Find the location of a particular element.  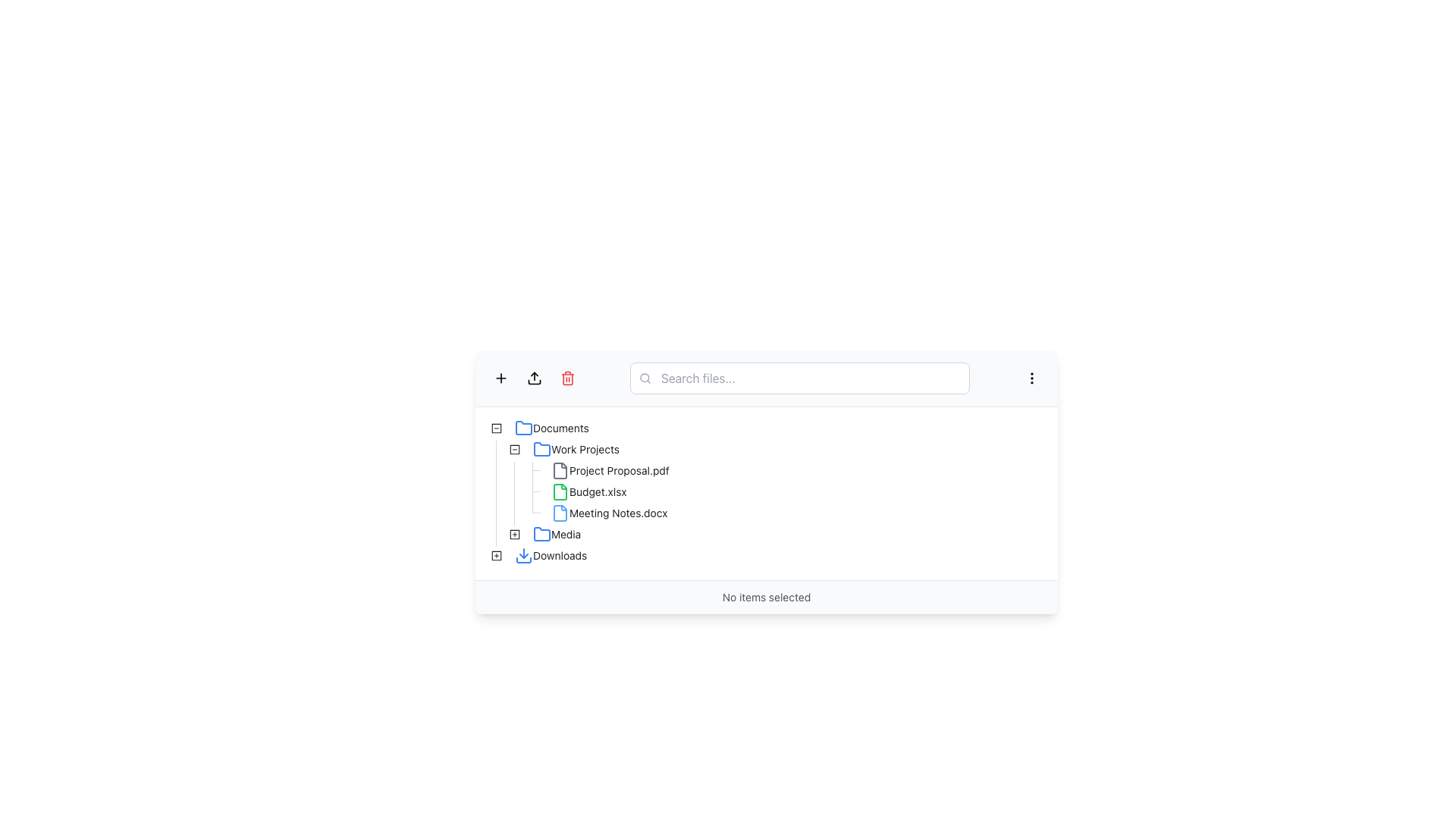

the indentation unit indicating hierarchical nesting within the 'Work Projects' folder, which serves as a marker for nested items is located at coordinates (514, 470).